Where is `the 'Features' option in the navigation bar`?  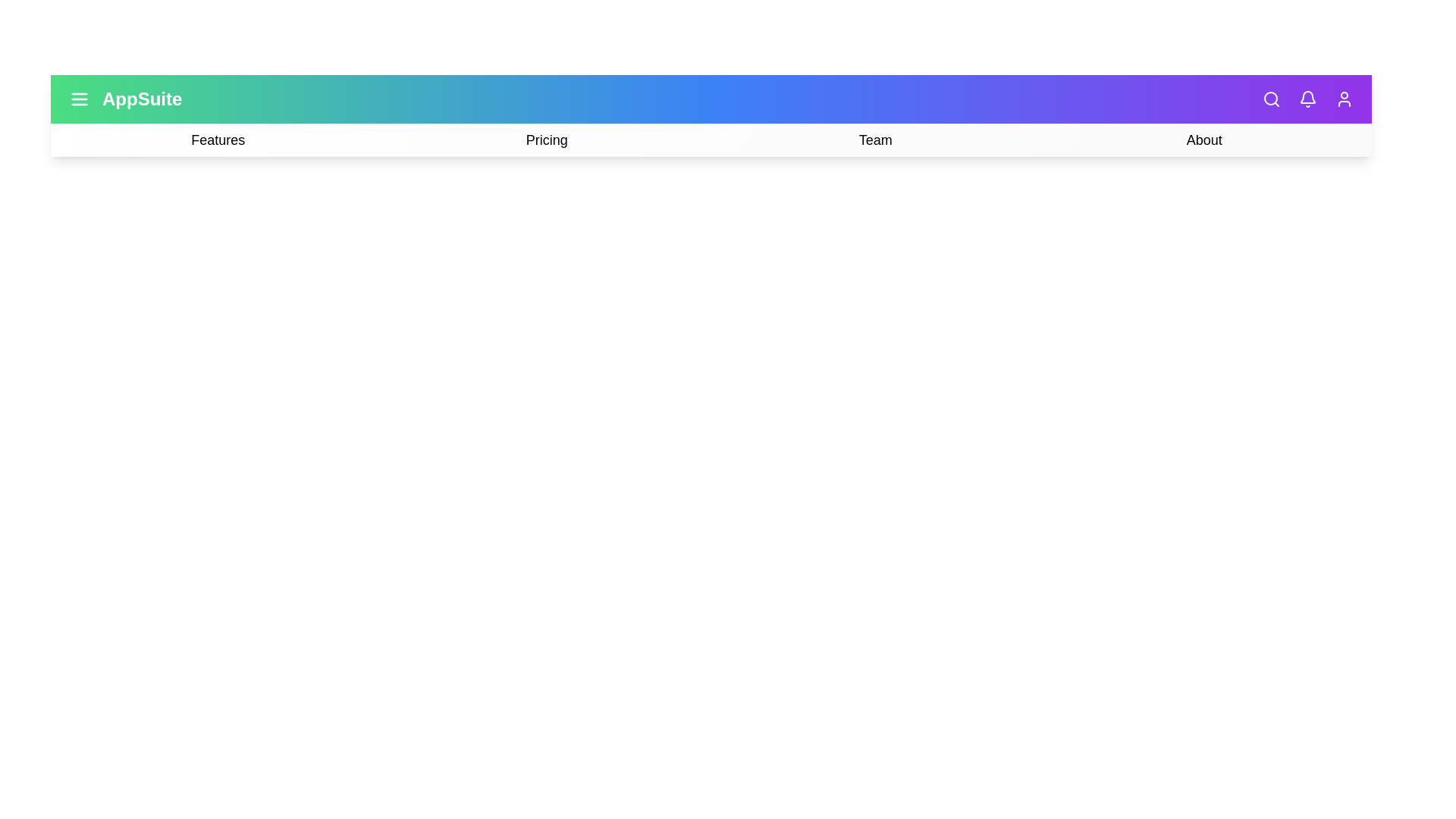 the 'Features' option in the navigation bar is located at coordinates (217, 140).